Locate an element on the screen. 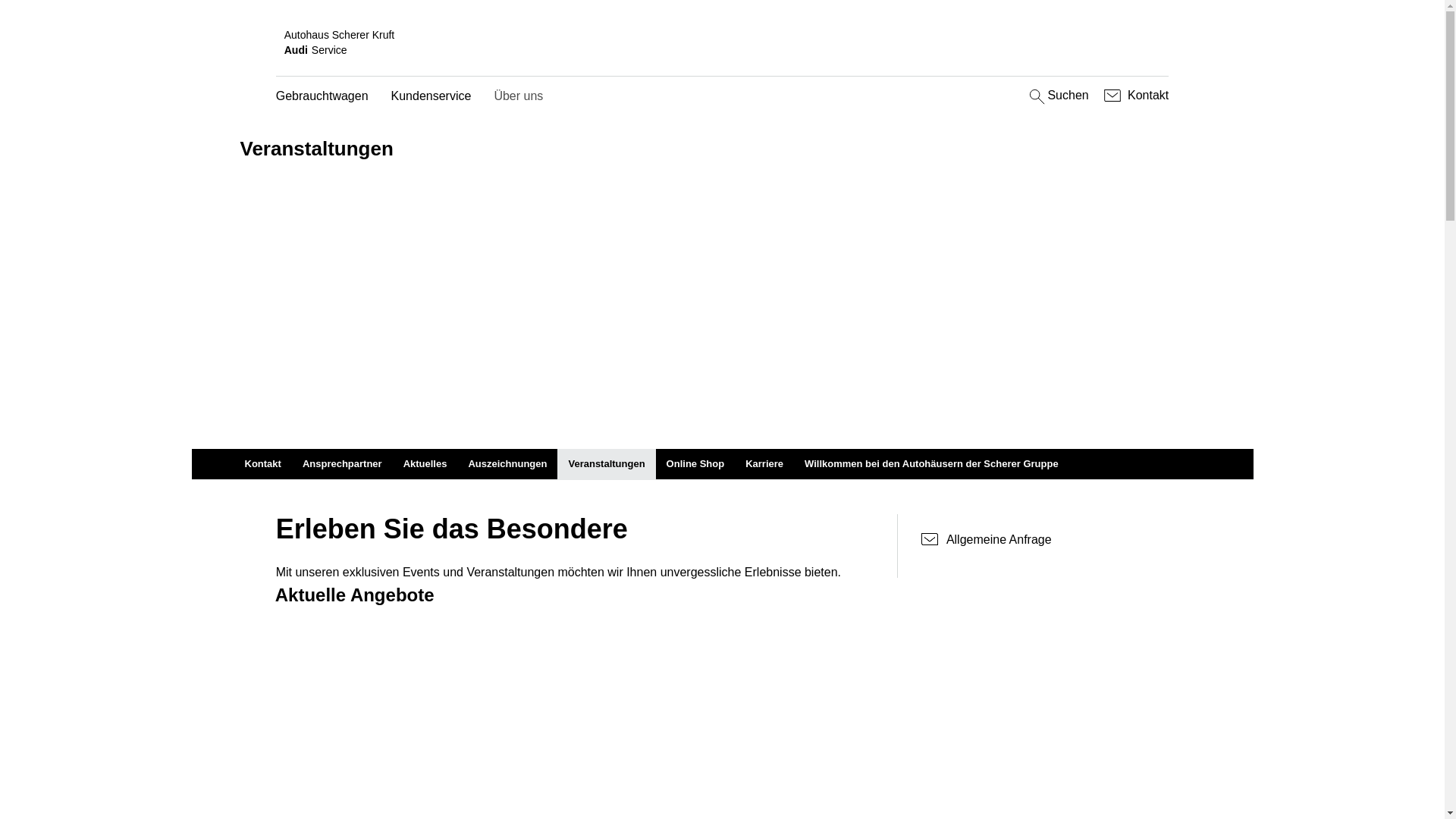  'Auszeichnungen' is located at coordinates (507, 463).